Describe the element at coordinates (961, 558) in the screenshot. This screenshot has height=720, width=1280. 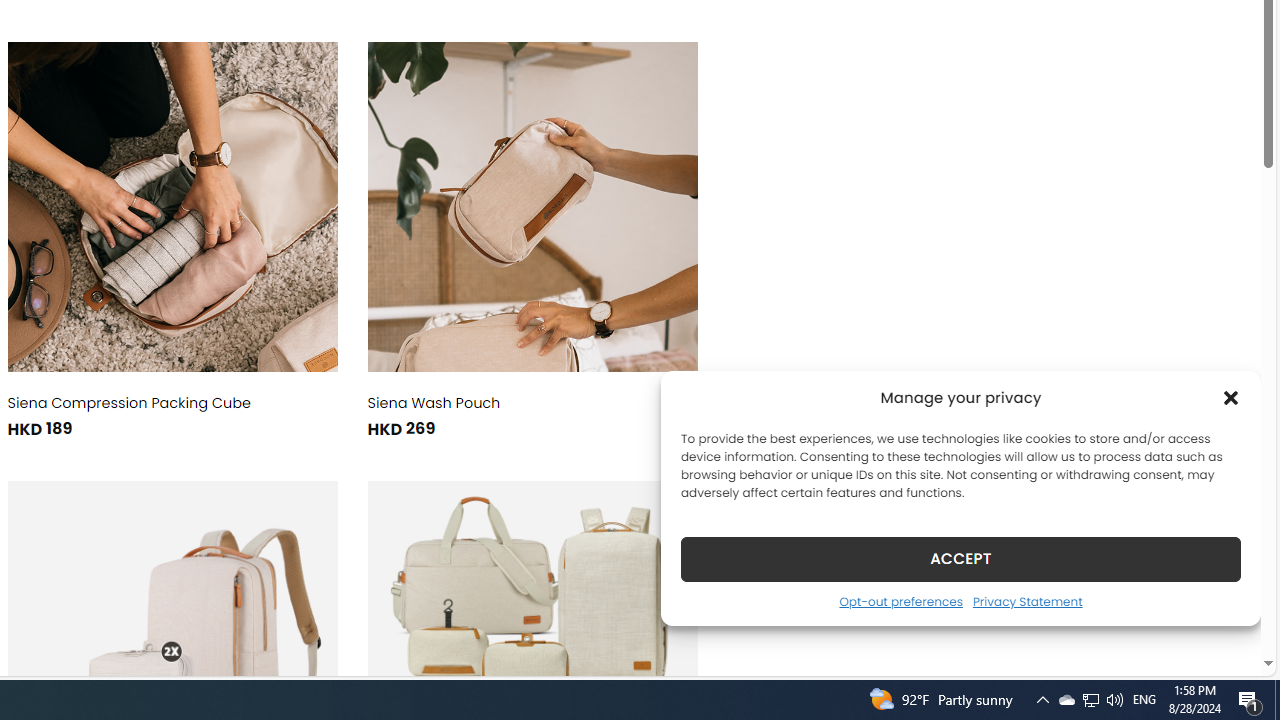
I see `'ACCEPT'` at that location.